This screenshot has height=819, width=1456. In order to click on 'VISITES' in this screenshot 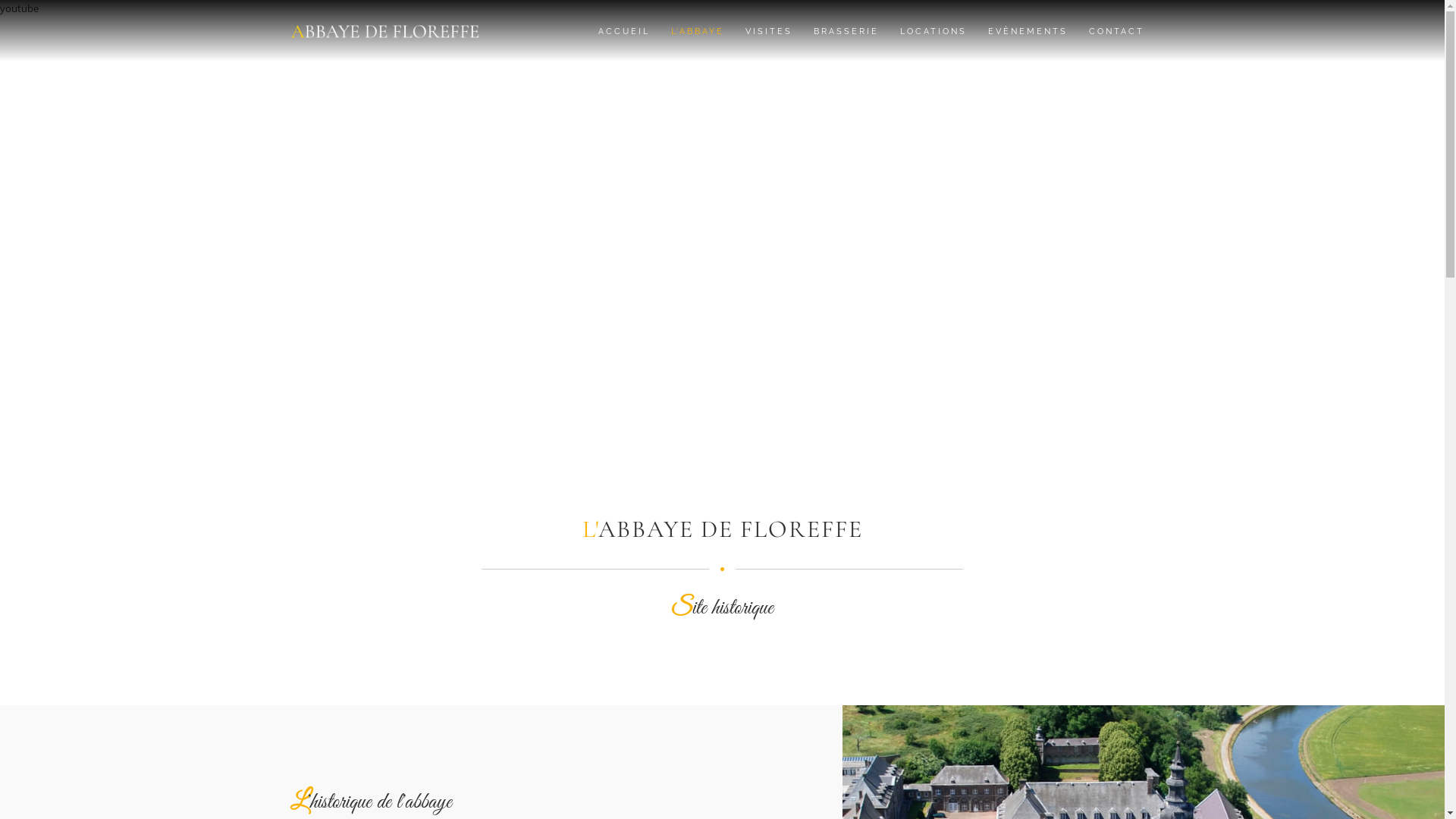, I will do `click(767, 29)`.